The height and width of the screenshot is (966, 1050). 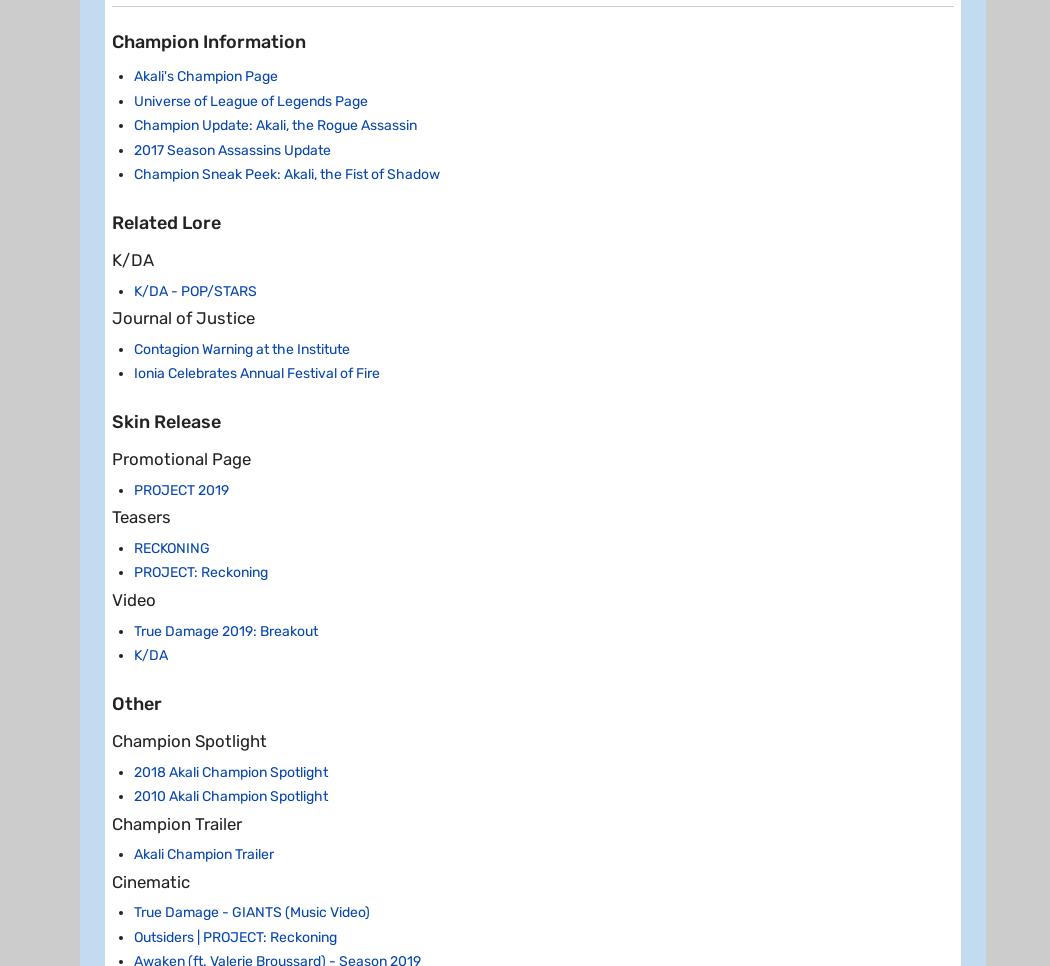 I want to click on 'Champion Spotlight', so click(x=218, y=295).